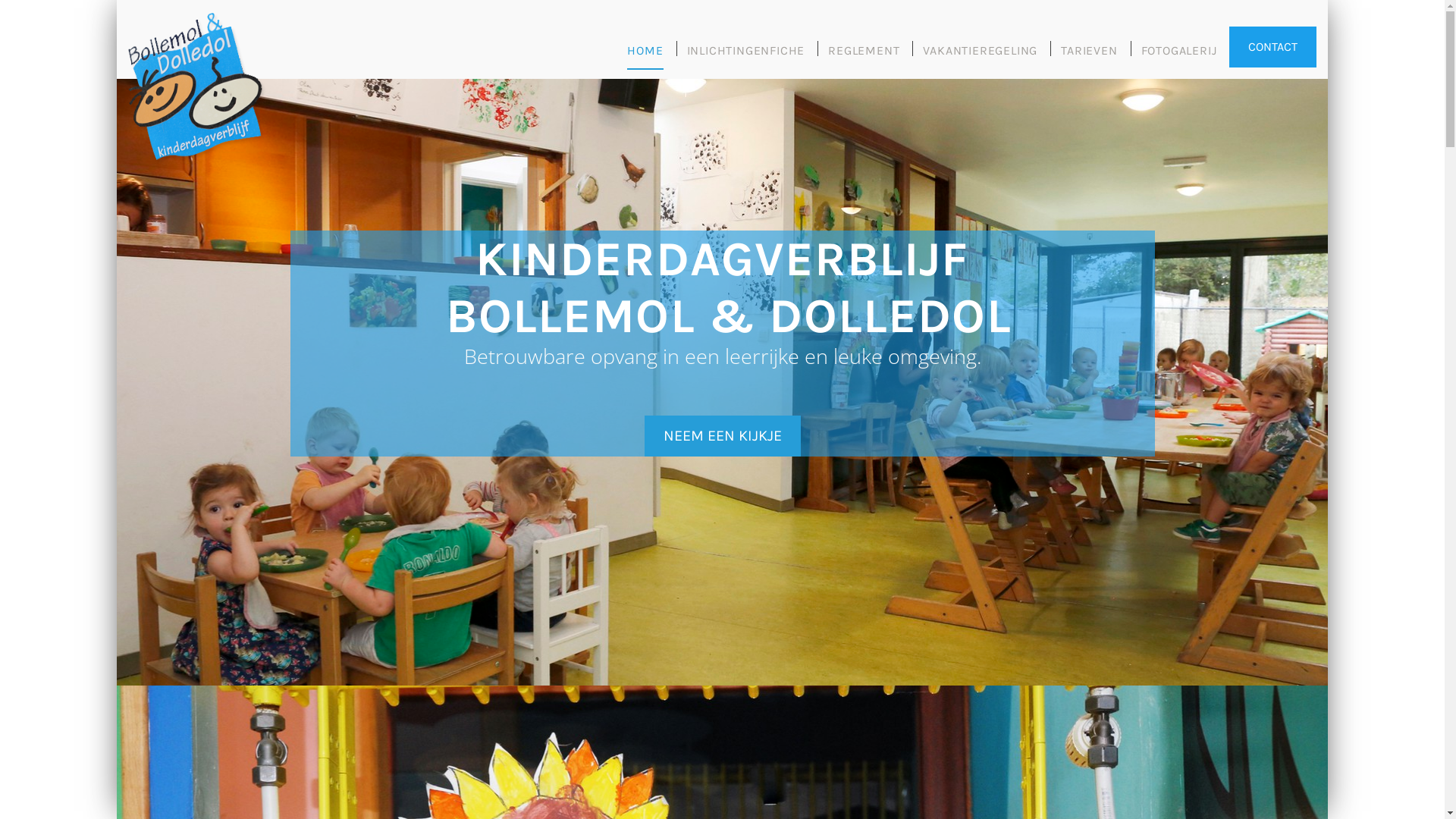 This screenshot has width=1456, height=819. What do you see at coordinates (922, 55) in the screenshot?
I see `'VAKANTIEREGELING'` at bounding box center [922, 55].